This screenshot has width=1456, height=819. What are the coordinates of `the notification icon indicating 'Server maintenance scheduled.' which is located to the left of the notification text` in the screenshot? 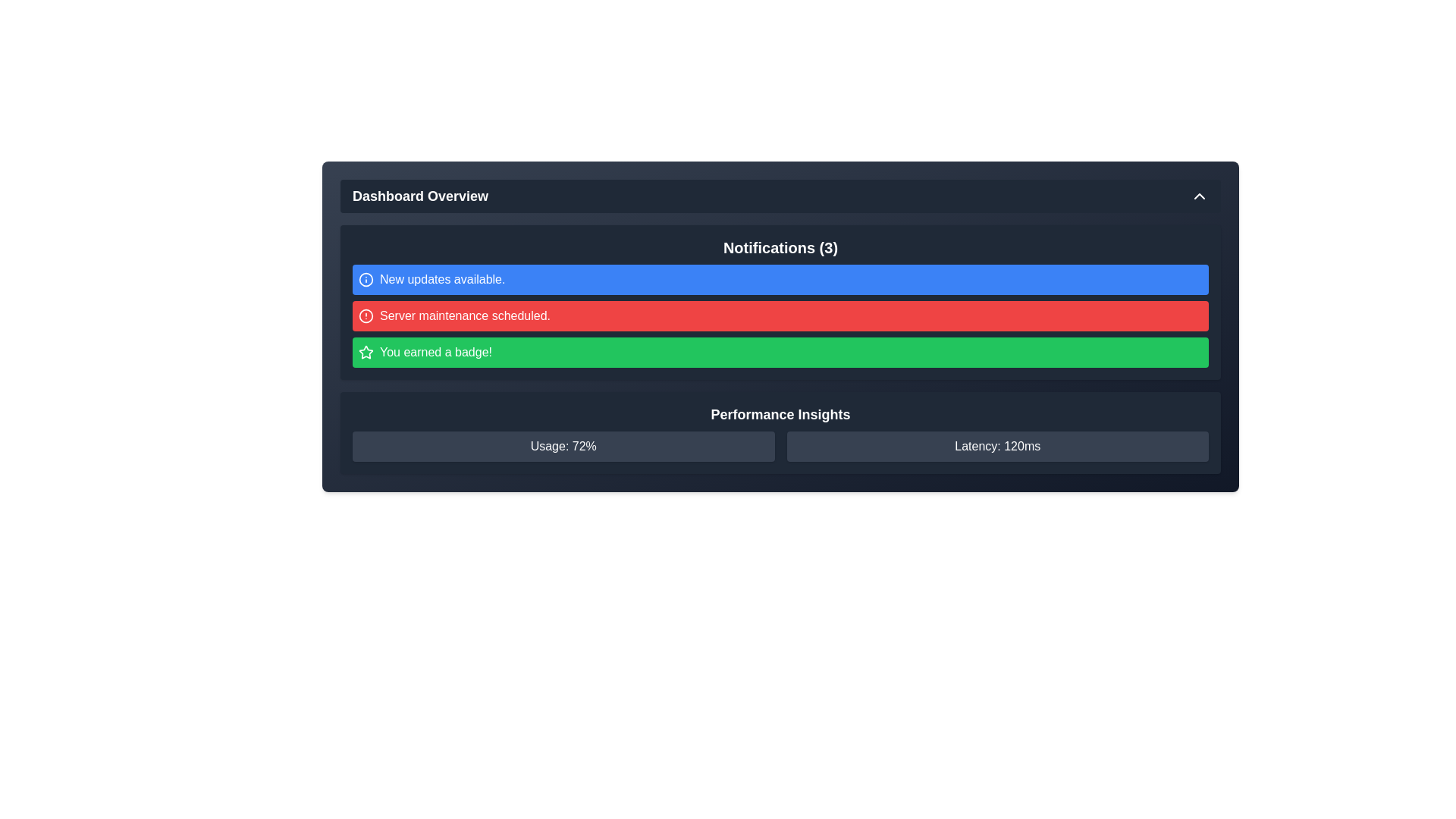 It's located at (366, 315).